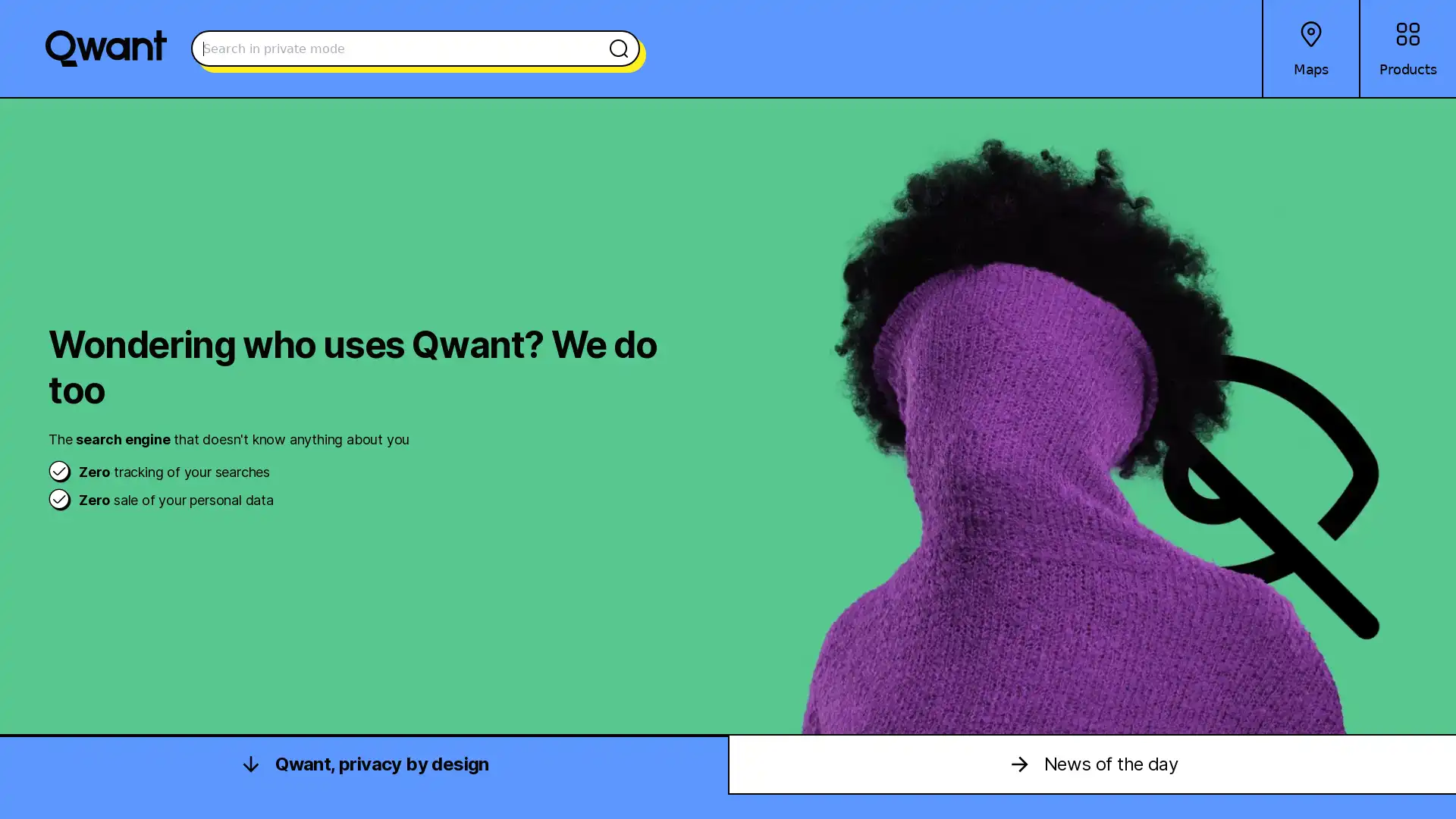 The width and height of the screenshot is (1456, 819). Describe the element at coordinates (582, 48) in the screenshot. I see `Search the web` at that location.